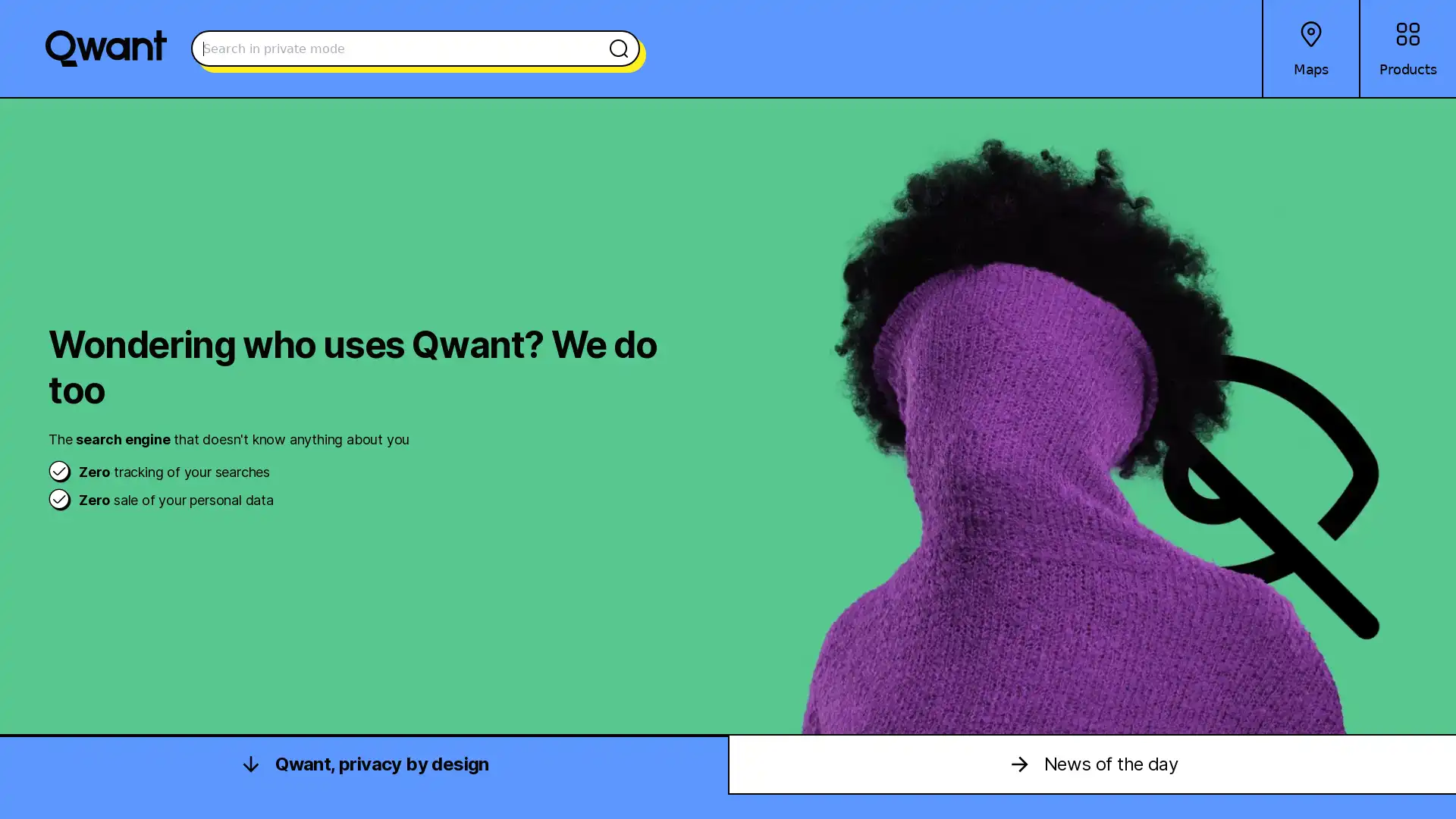 The width and height of the screenshot is (1456, 819). Describe the element at coordinates (582, 48) in the screenshot. I see `Search the web` at that location.